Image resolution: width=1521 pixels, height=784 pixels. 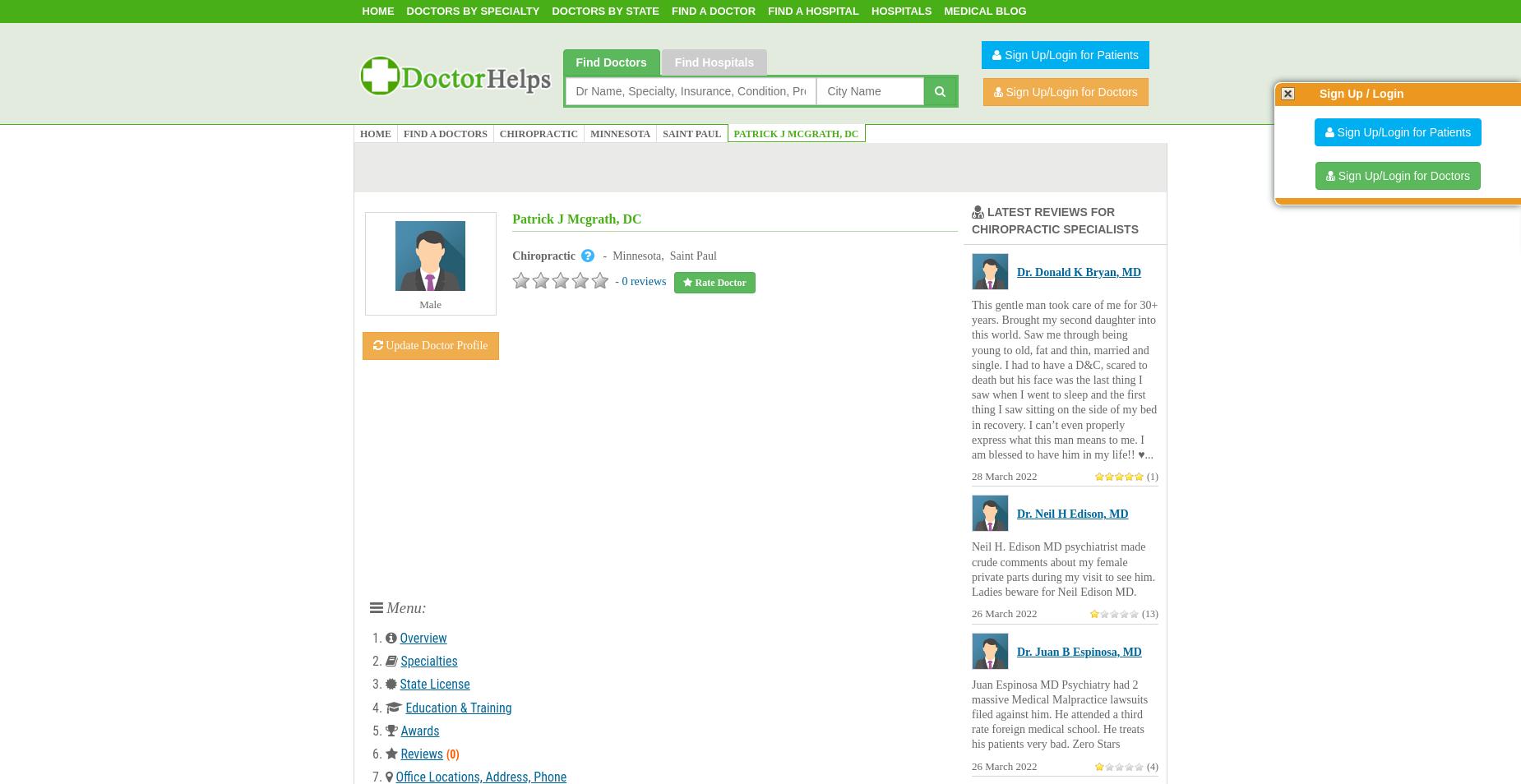 What do you see at coordinates (404, 606) in the screenshot?
I see `'Menu:'` at bounding box center [404, 606].